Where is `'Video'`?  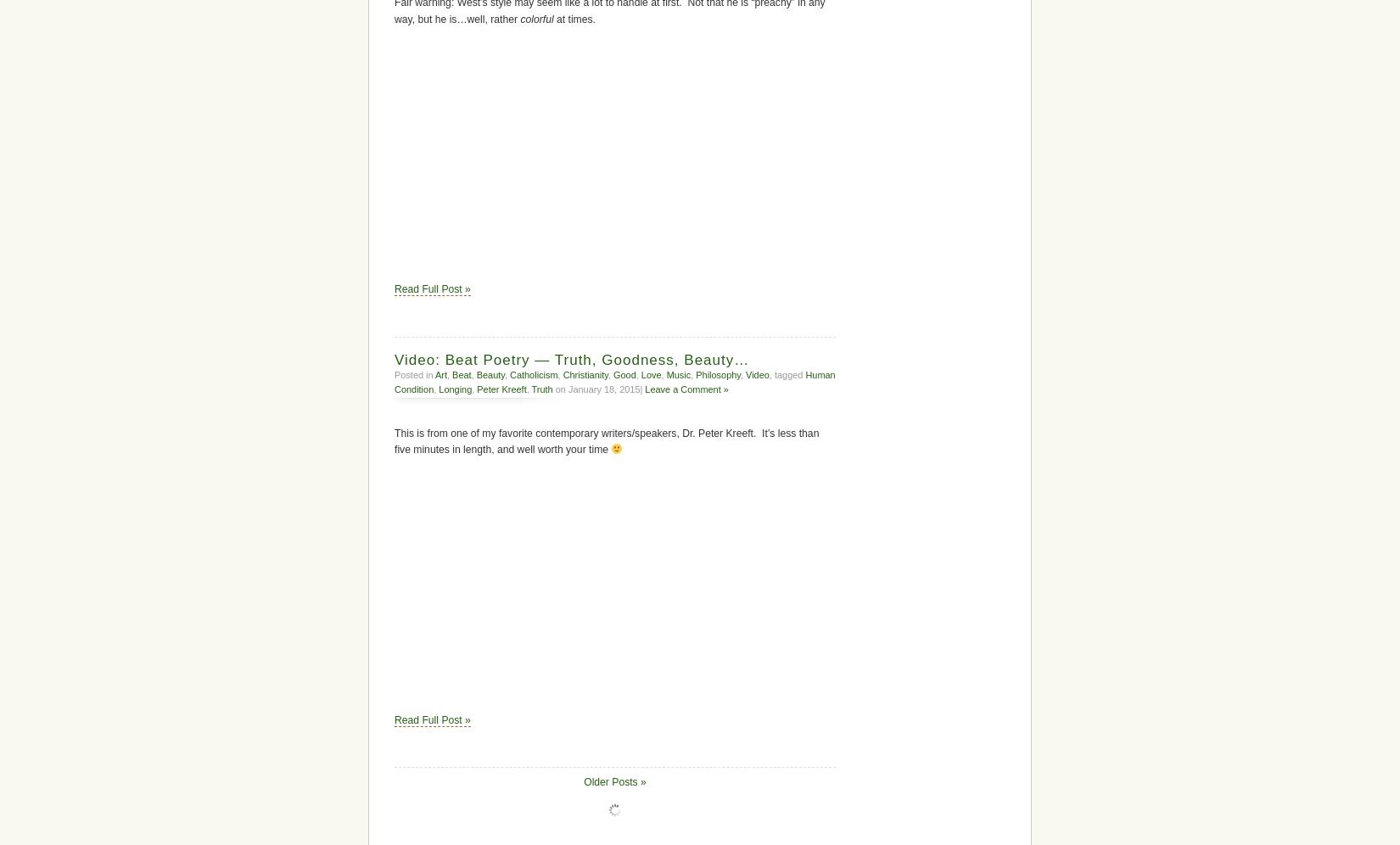
'Video' is located at coordinates (757, 374).